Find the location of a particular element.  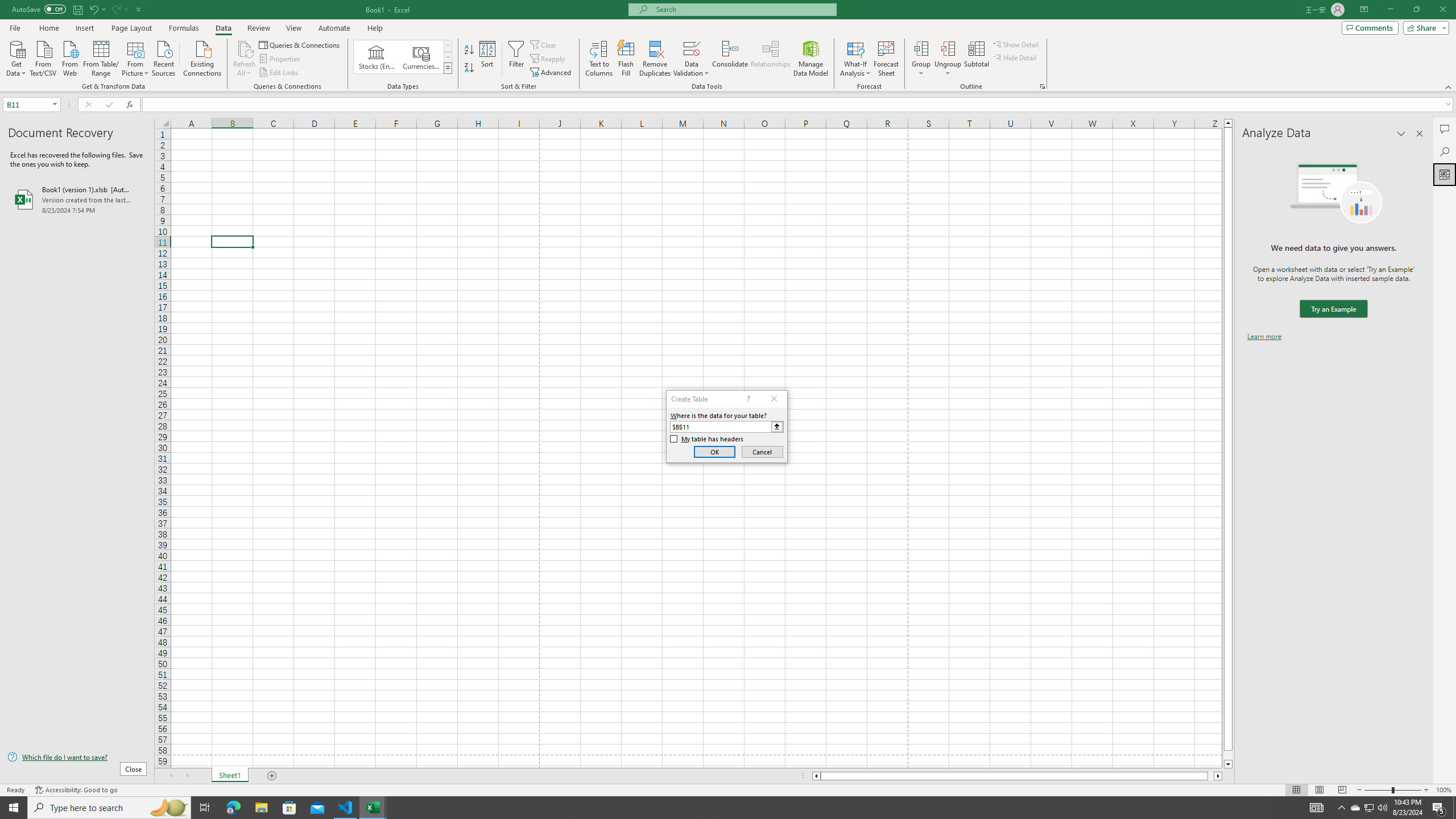

'Group and Outline Settings' is located at coordinates (1041, 85).